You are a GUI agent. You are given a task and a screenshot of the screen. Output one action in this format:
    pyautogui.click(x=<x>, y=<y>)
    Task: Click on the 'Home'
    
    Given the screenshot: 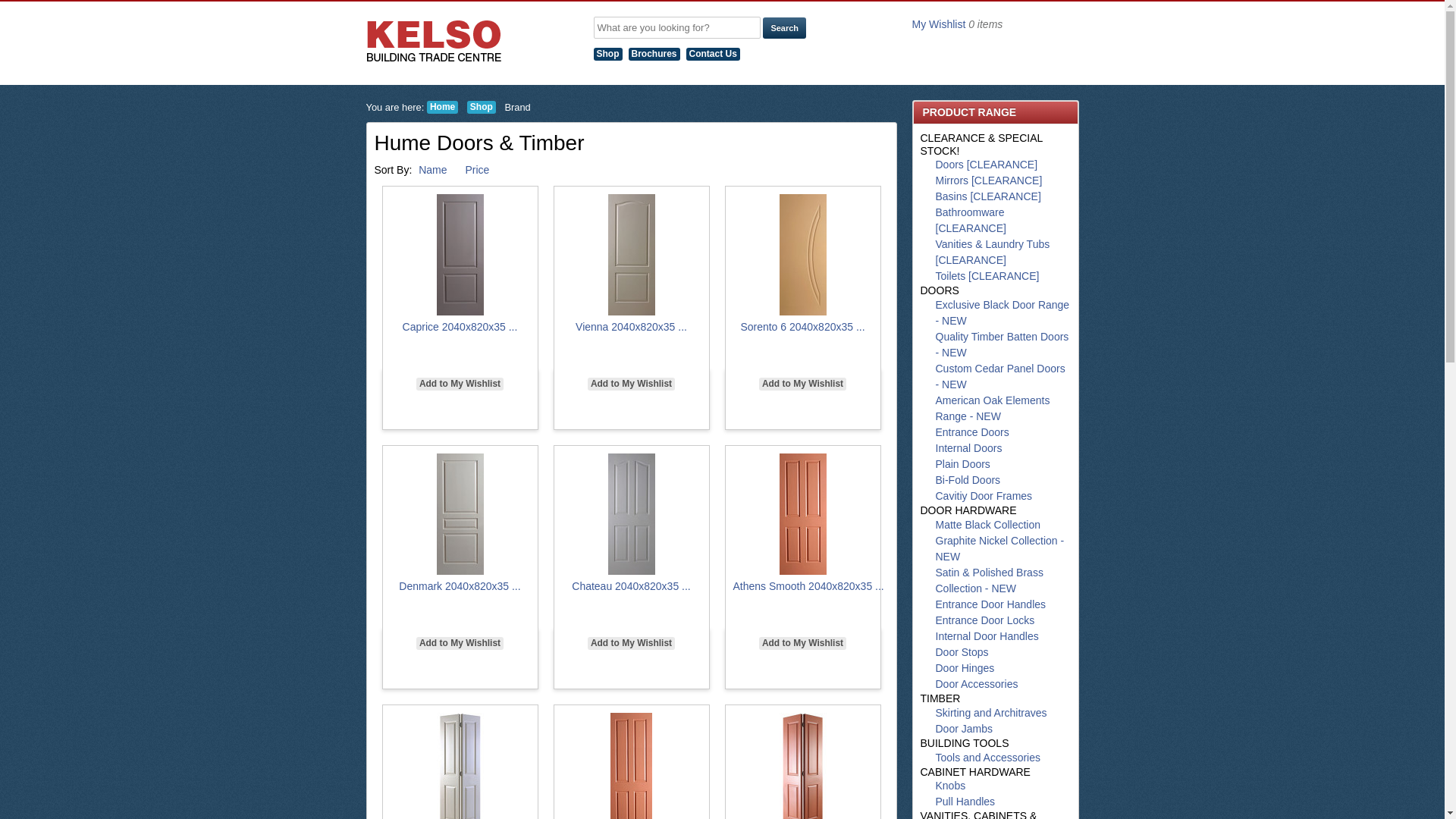 What is the action you would take?
    pyautogui.click(x=441, y=106)
    